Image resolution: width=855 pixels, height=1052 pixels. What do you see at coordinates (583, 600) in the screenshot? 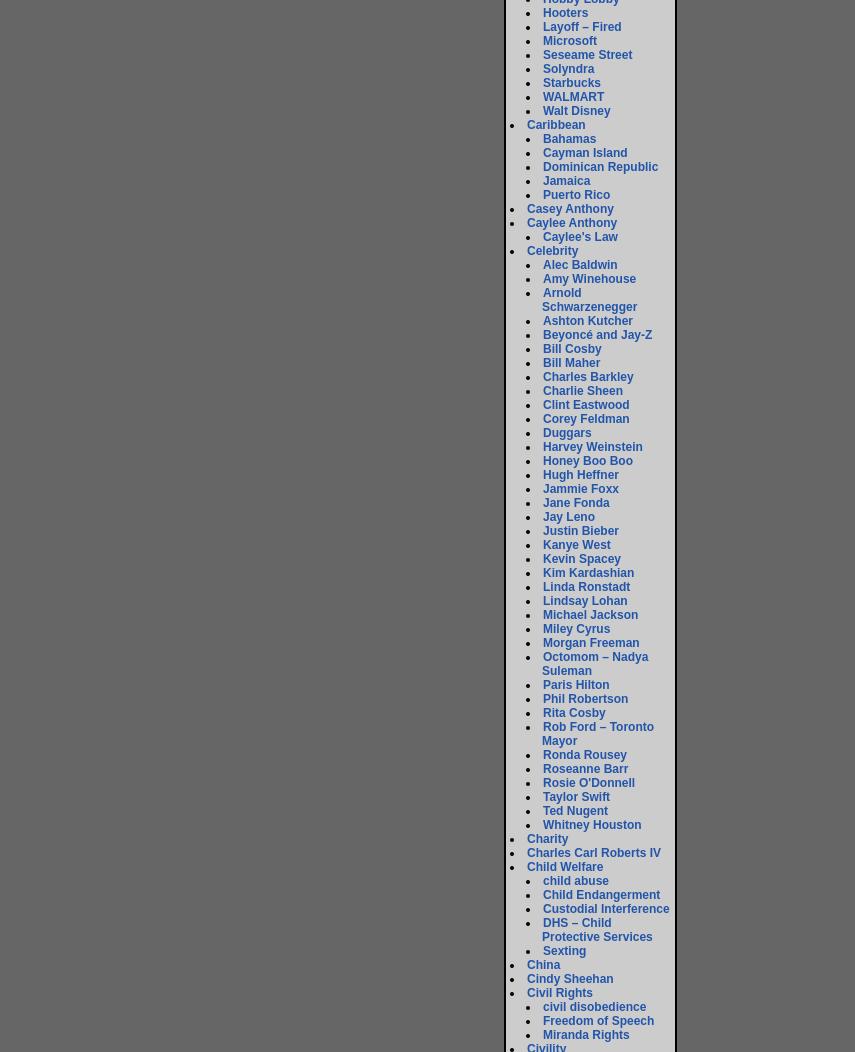
I see `'Lindsay Lohan'` at bounding box center [583, 600].